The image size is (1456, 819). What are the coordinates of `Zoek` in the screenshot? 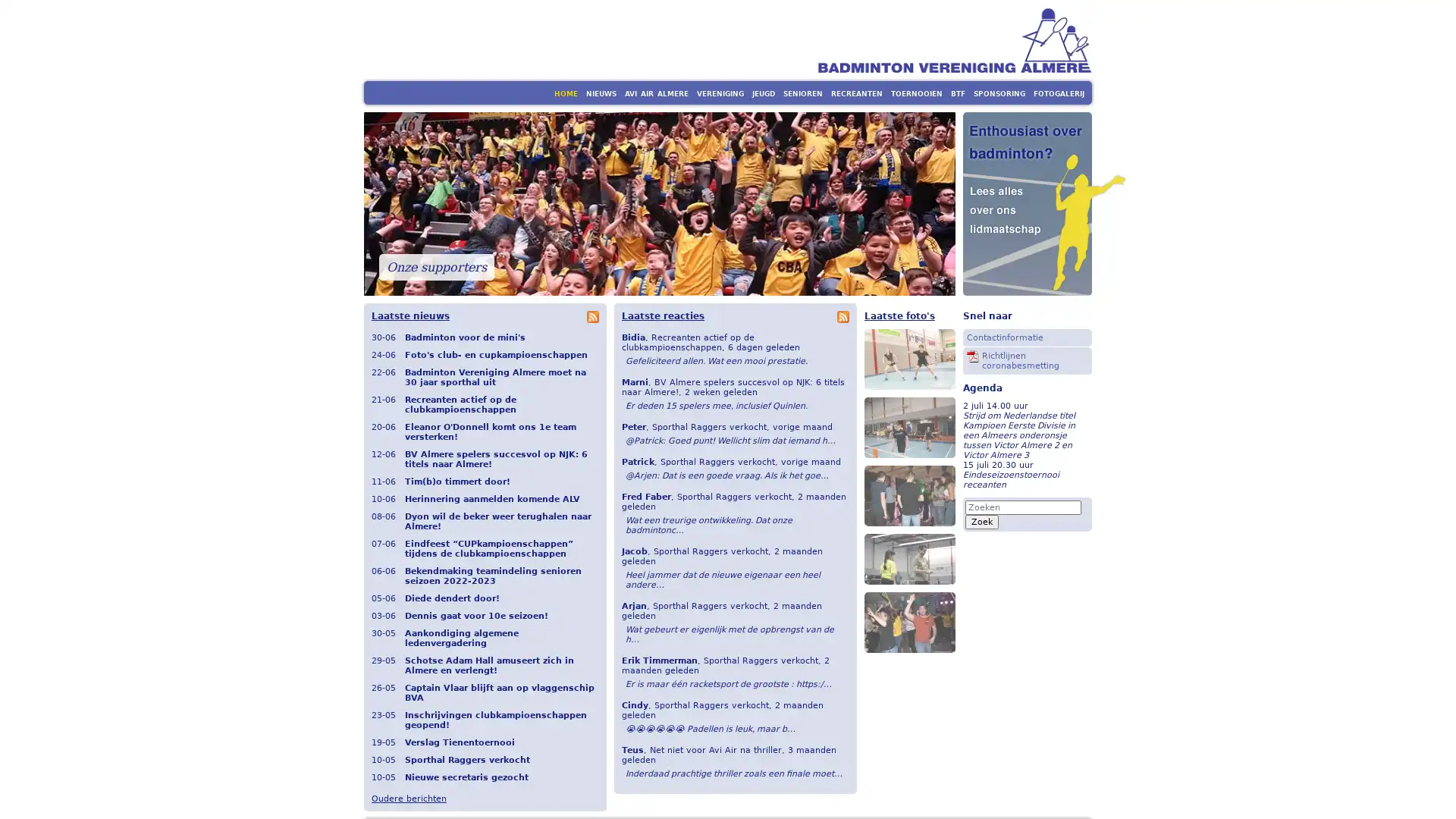 It's located at (982, 520).